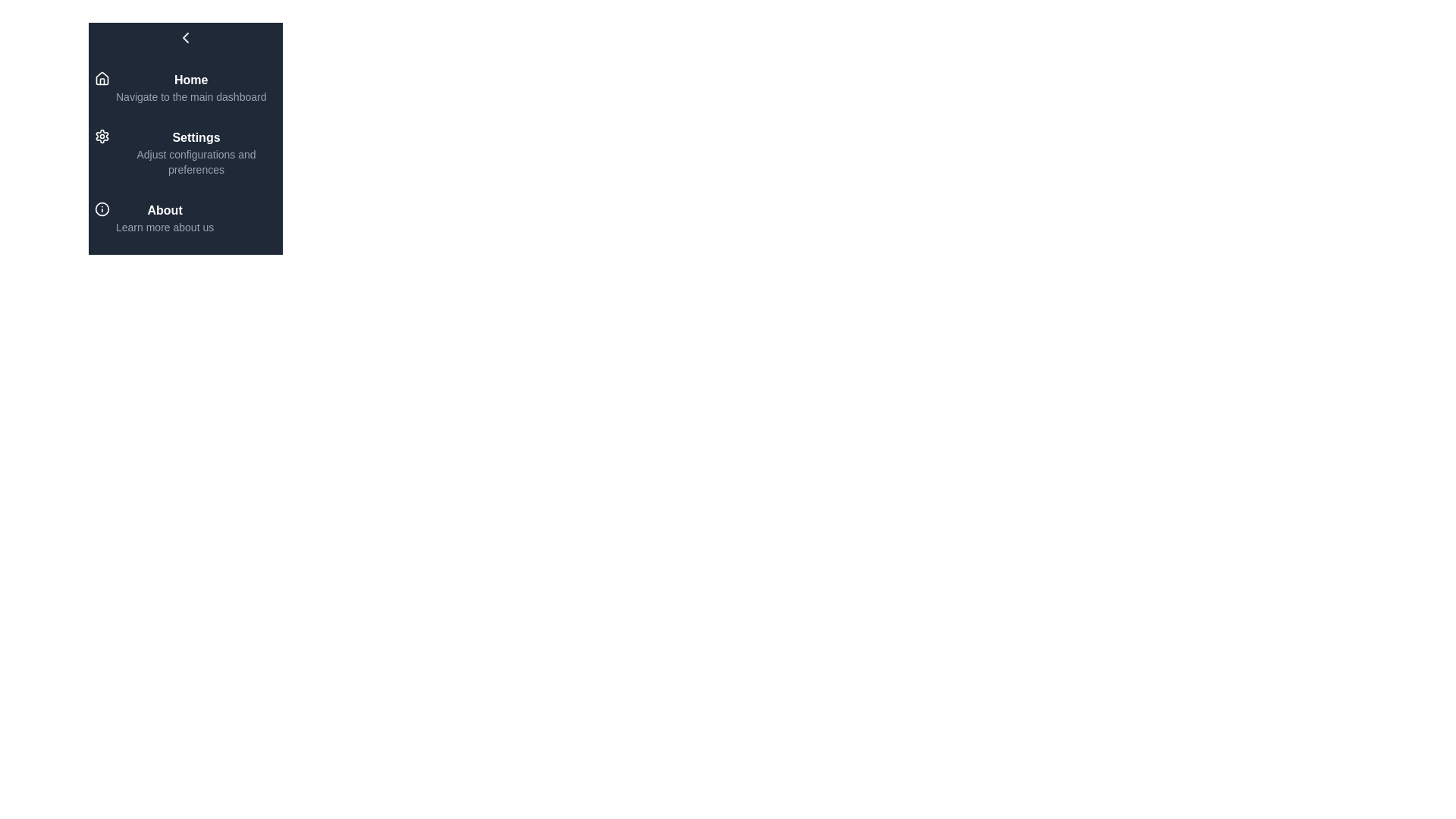 This screenshot has height=819, width=1456. Describe the element at coordinates (101, 136) in the screenshot. I see `the icon corresponding to Settings in the SidebarMenu` at that location.